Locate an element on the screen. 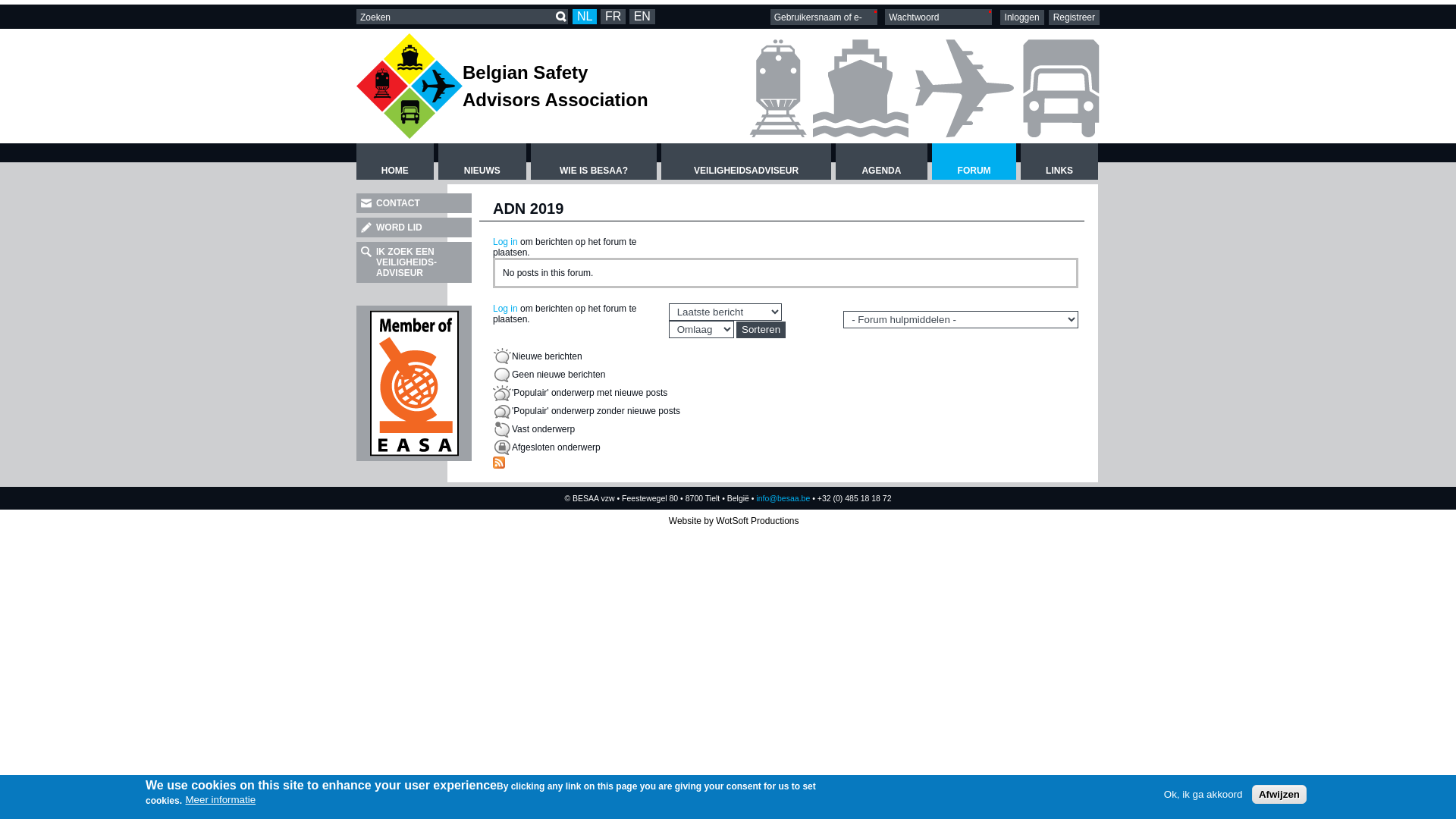 The width and height of the screenshot is (1456, 819). 'HOME' is located at coordinates (395, 161).